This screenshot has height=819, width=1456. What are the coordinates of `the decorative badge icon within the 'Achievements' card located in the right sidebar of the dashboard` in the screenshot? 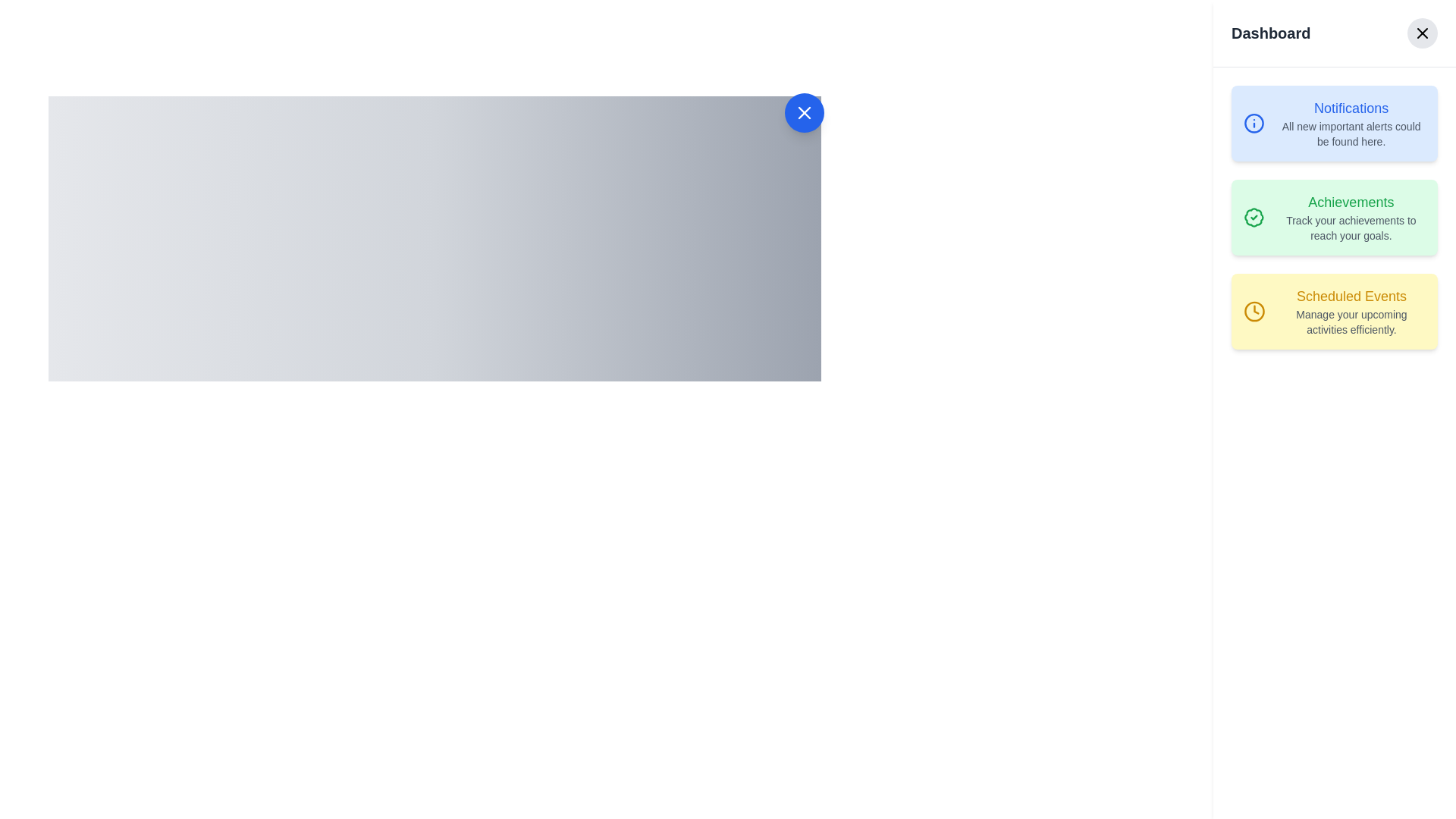 It's located at (1254, 217).